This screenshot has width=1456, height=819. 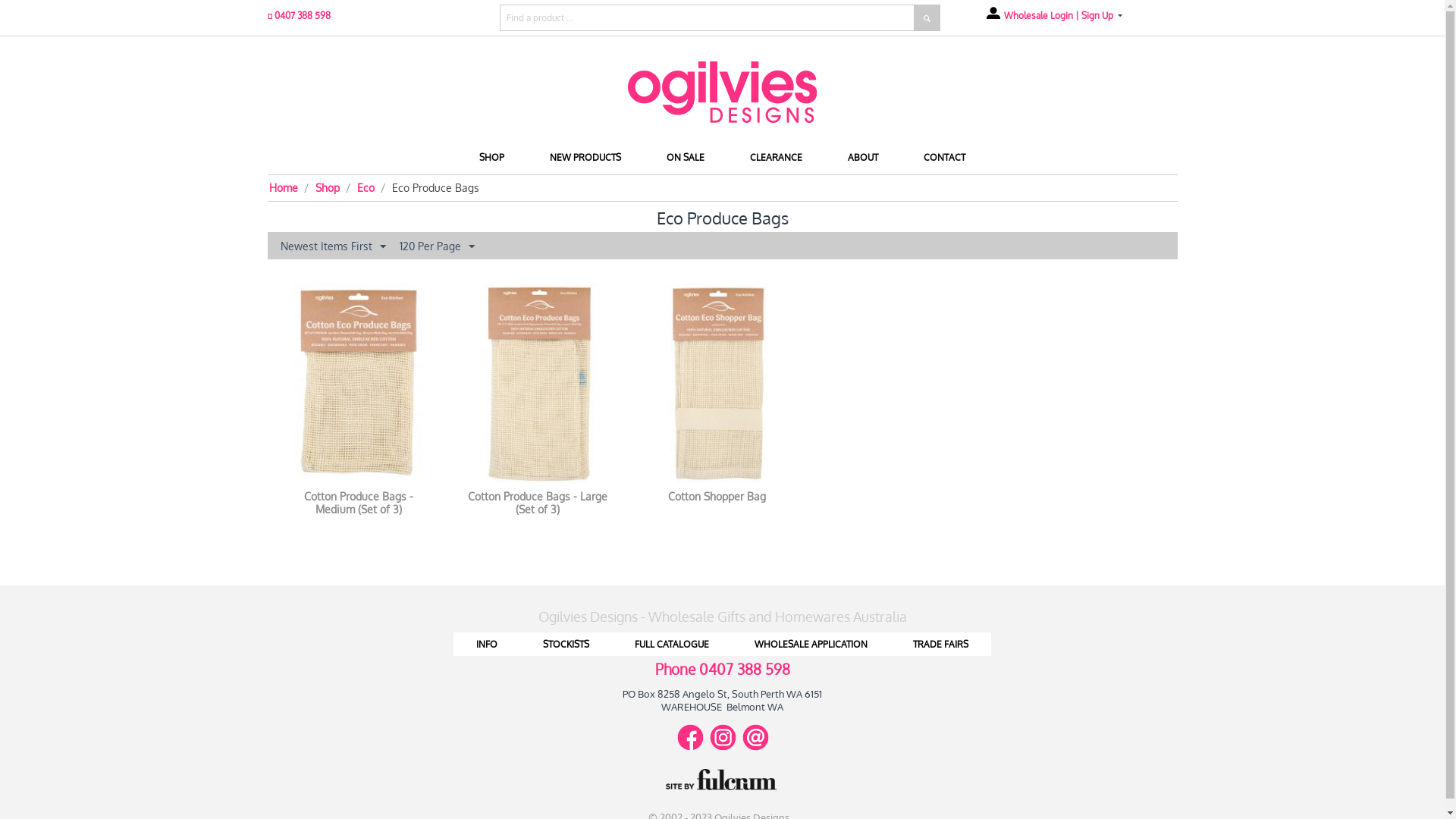 What do you see at coordinates (331, 245) in the screenshot?
I see `'Newest Items First'` at bounding box center [331, 245].